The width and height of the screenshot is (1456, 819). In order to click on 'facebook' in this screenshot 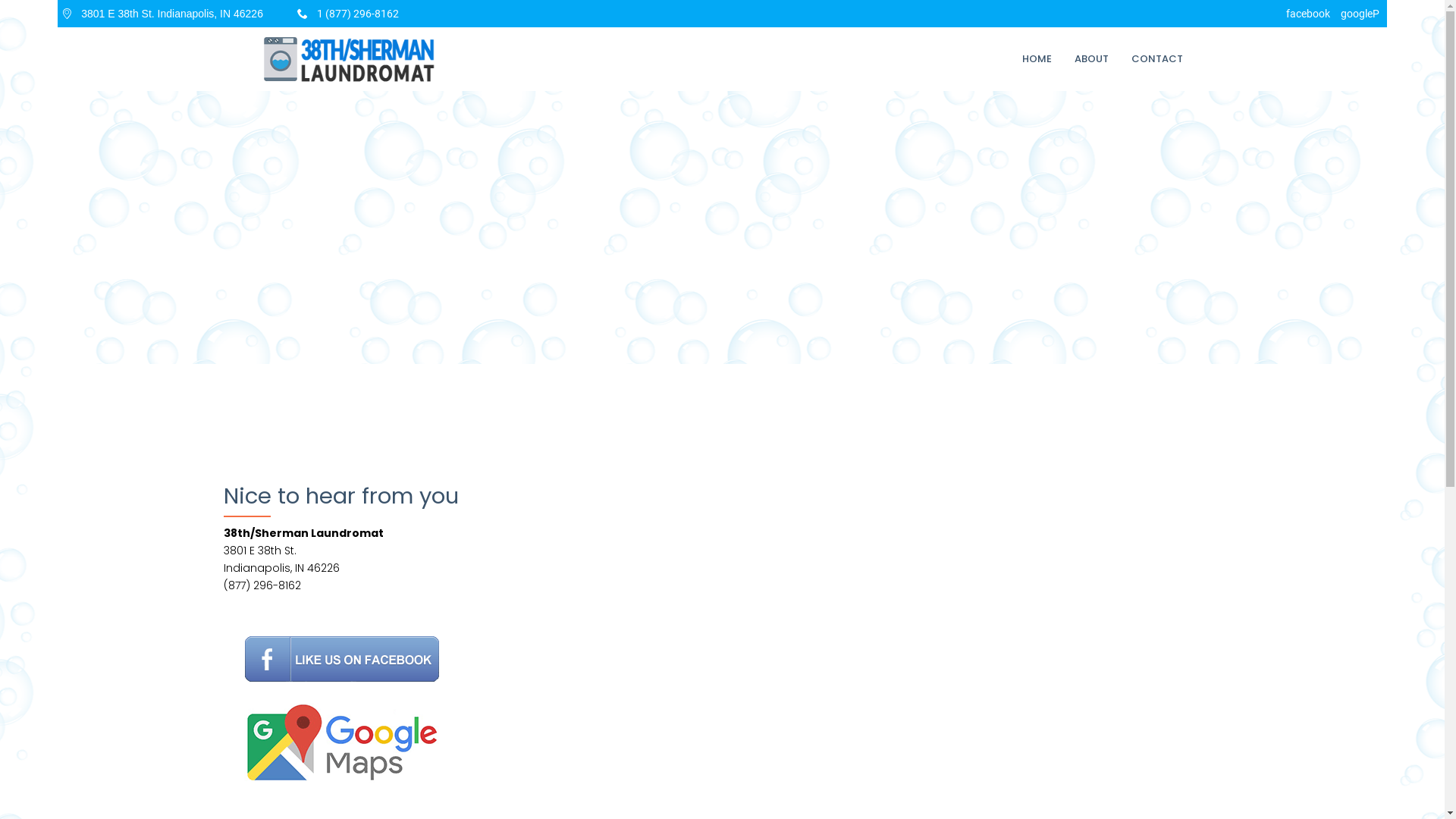, I will do `click(1307, 14)`.